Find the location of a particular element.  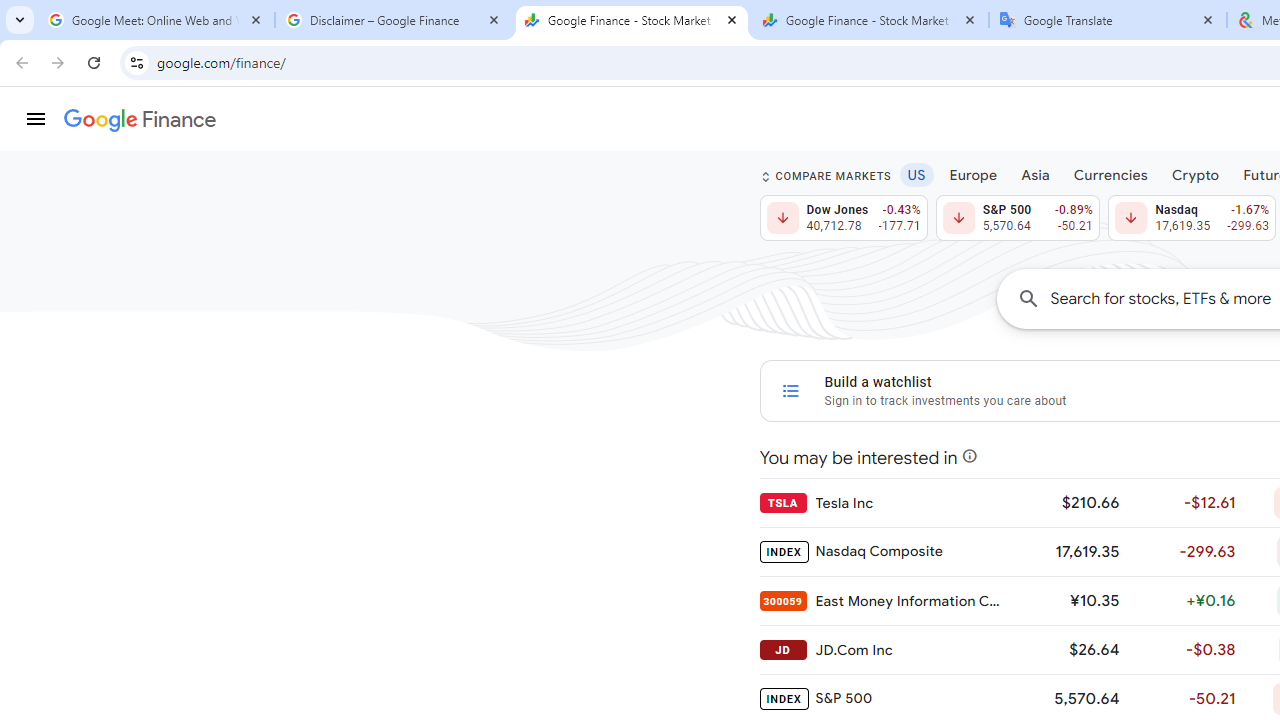

'Currencies' is located at coordinates (1109, 173).